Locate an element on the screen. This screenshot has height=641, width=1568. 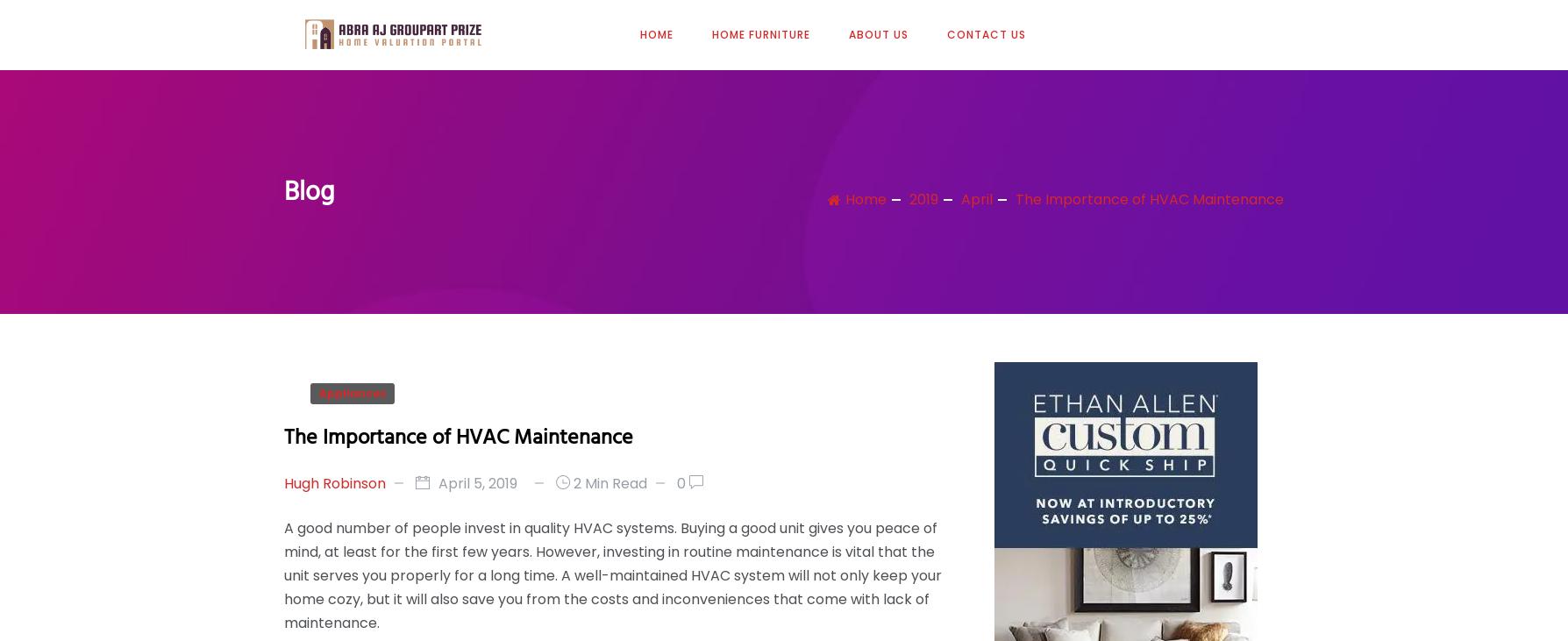
'0' is located at coordinates (681, 481).